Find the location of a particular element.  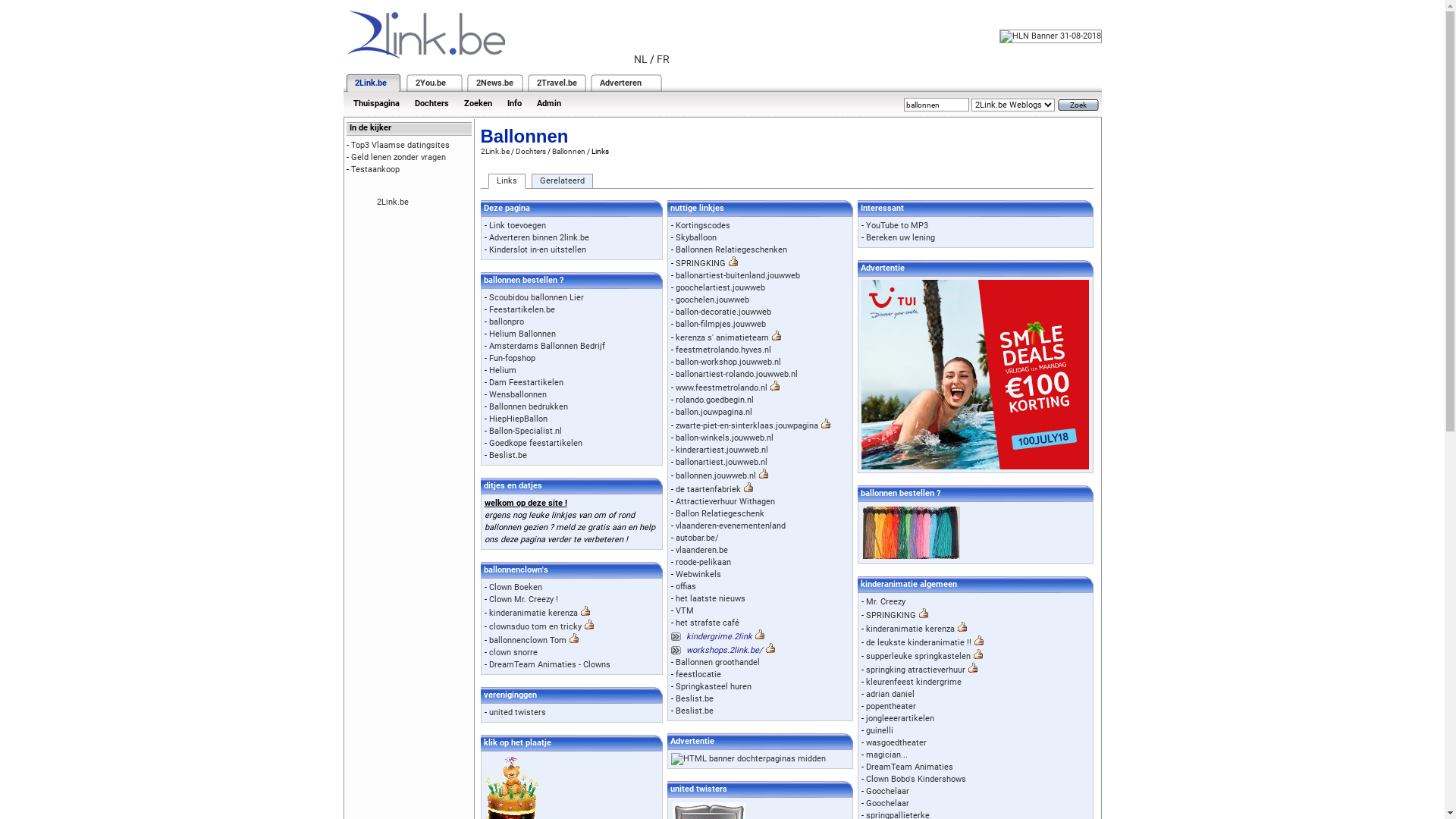

'ballonpro' is located at coordinates (506, 321).